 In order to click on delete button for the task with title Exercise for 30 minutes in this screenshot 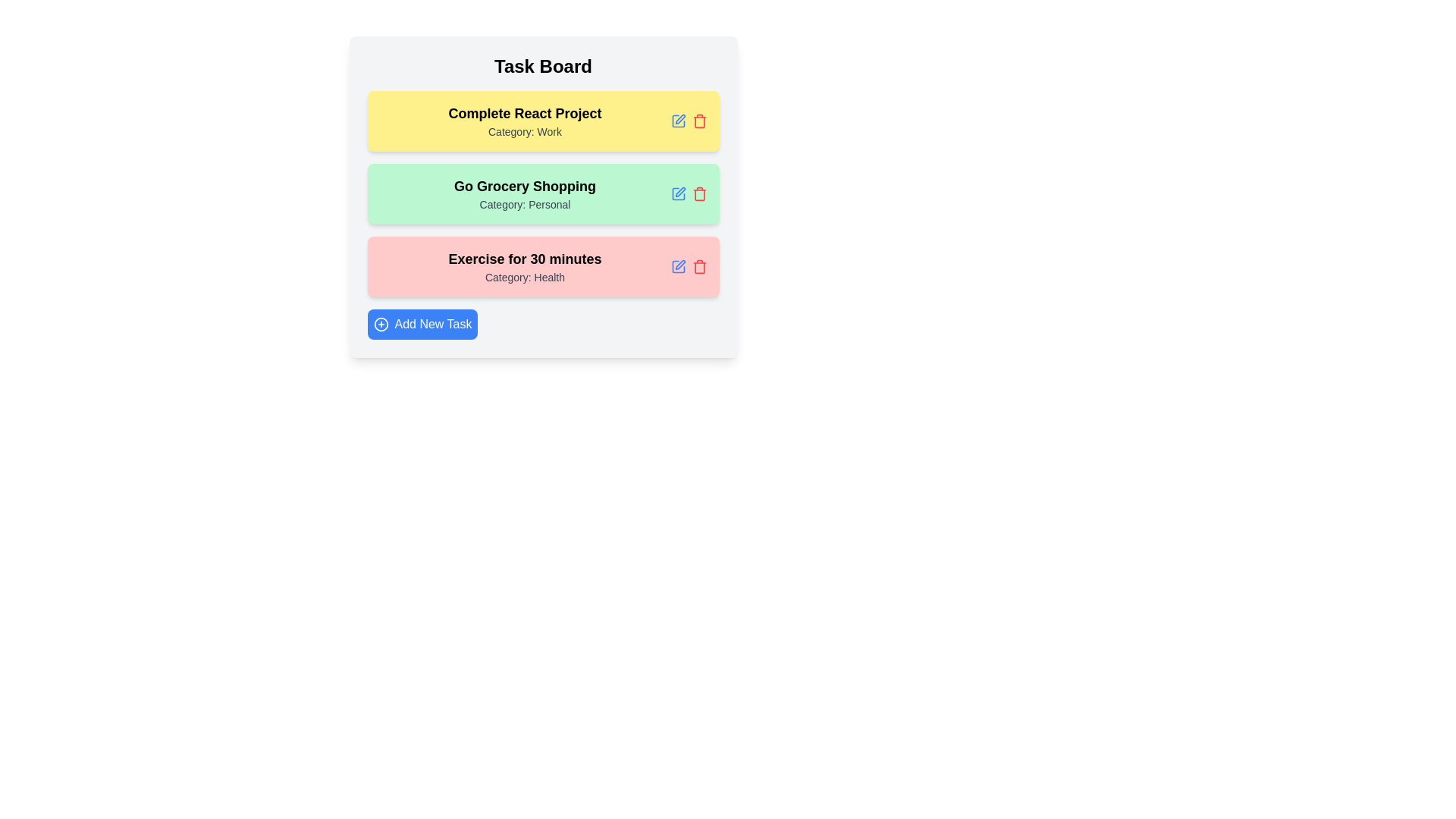, I will do `click(698, 265)`.